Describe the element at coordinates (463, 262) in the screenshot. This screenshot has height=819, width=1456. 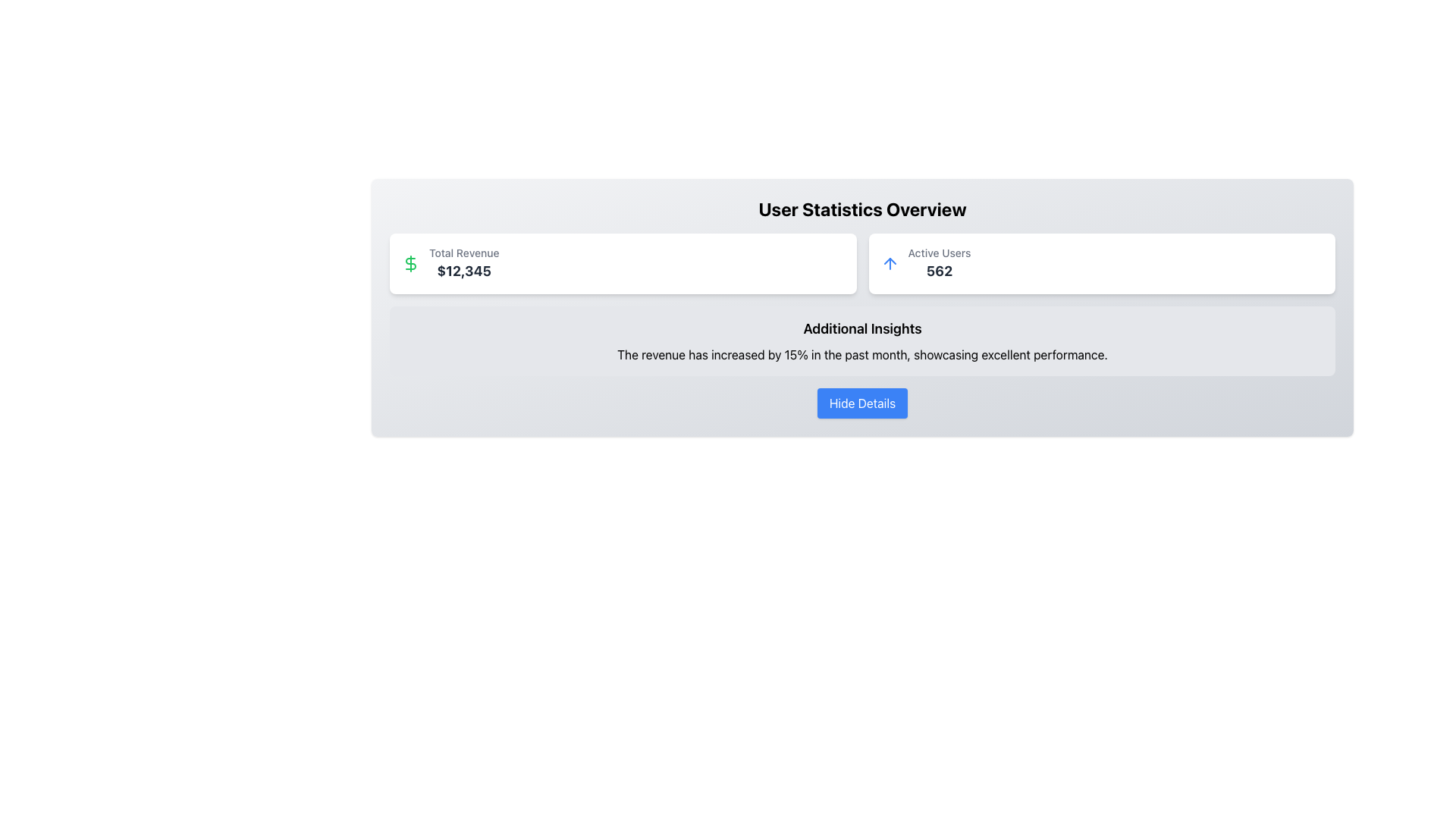
I see `the total revenue Text Display element, which is bold and located below a green dollar sign icon in the left box of two aligned horizontally` at that location.